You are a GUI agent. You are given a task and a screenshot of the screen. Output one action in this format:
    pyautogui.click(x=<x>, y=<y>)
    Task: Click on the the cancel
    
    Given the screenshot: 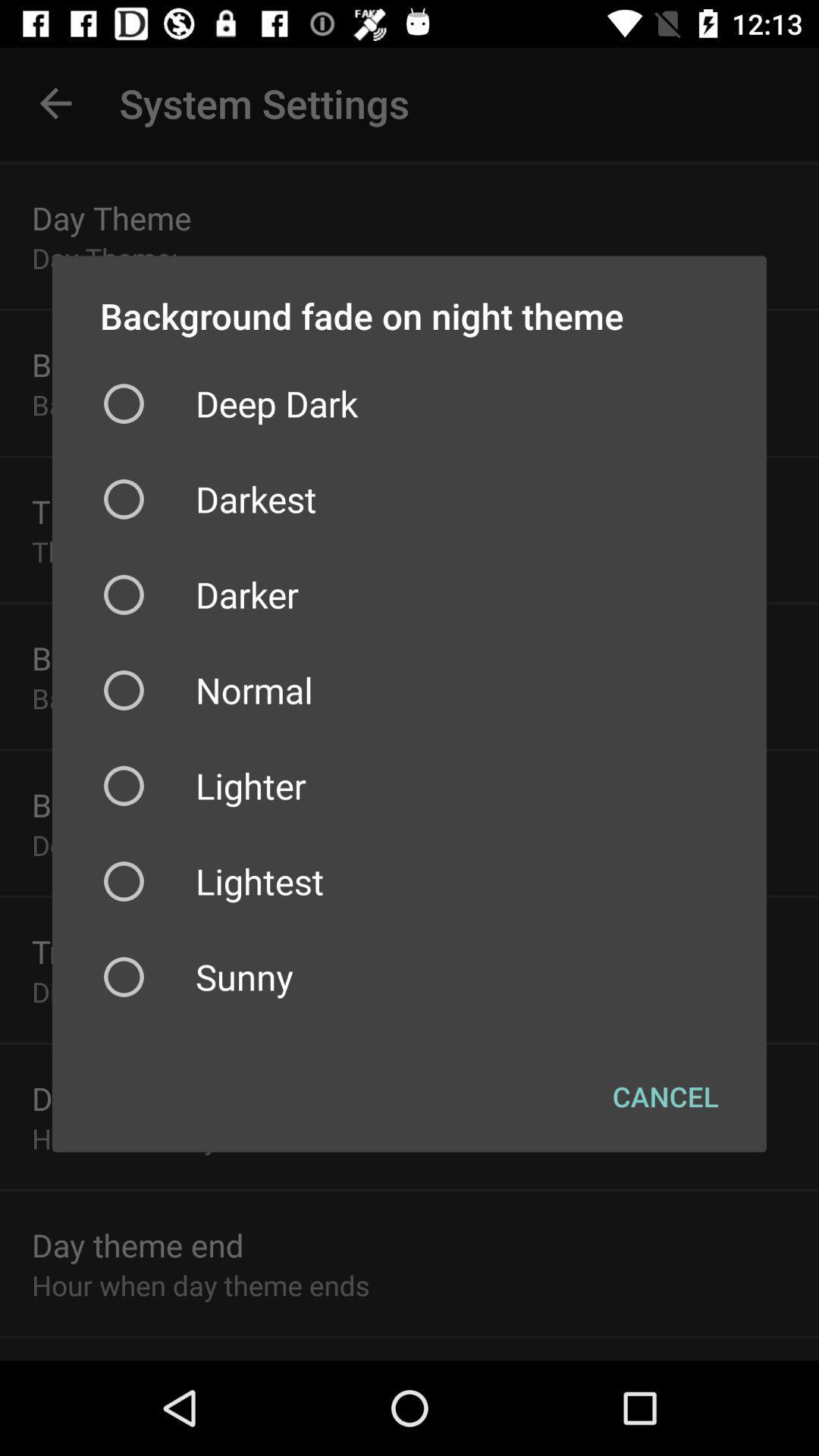 What is the action you would take?
    pyautogui.click(x=664, y=1096)
    